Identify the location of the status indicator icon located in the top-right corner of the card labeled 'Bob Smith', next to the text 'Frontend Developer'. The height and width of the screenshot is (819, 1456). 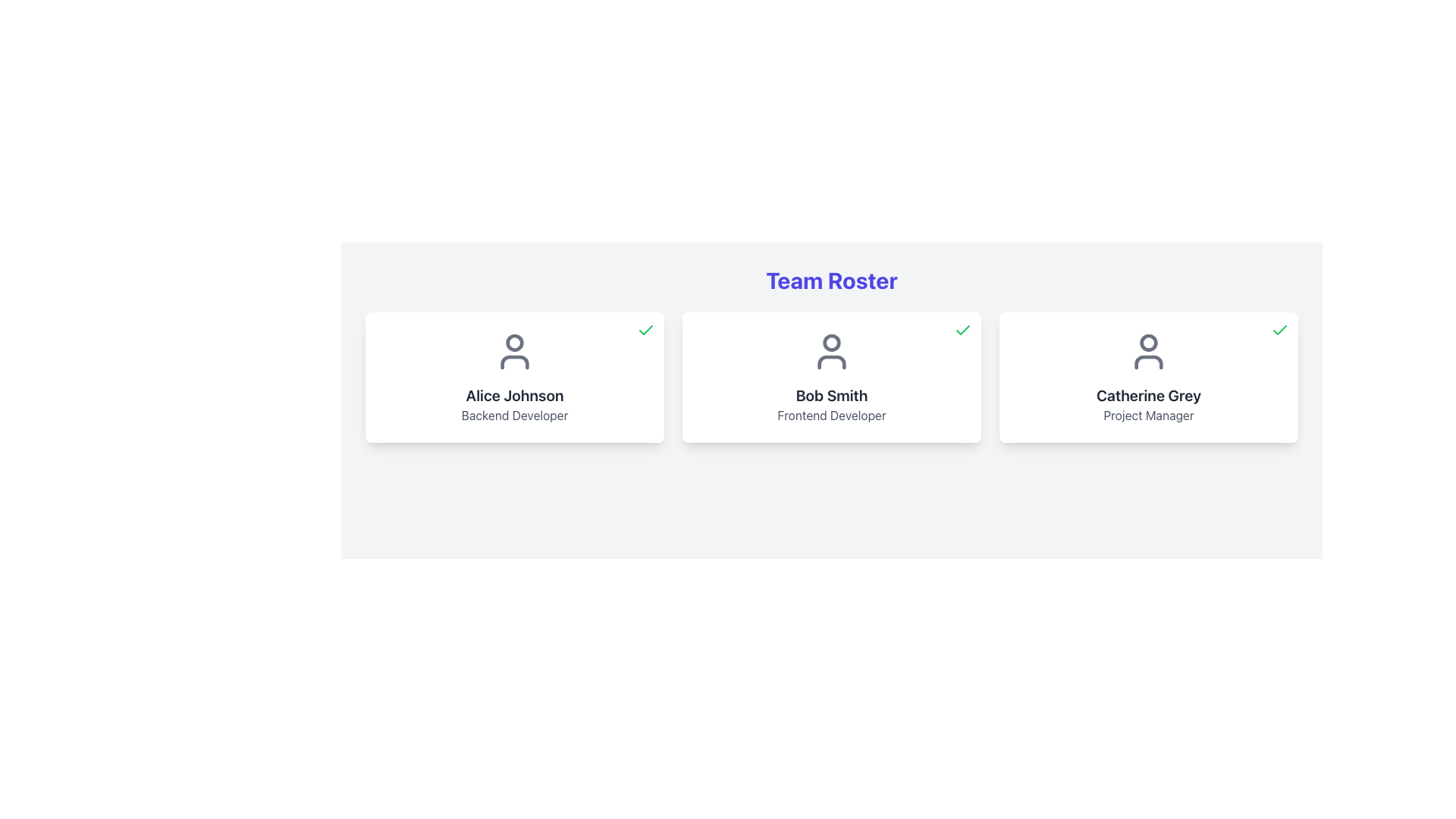
(962, 329).